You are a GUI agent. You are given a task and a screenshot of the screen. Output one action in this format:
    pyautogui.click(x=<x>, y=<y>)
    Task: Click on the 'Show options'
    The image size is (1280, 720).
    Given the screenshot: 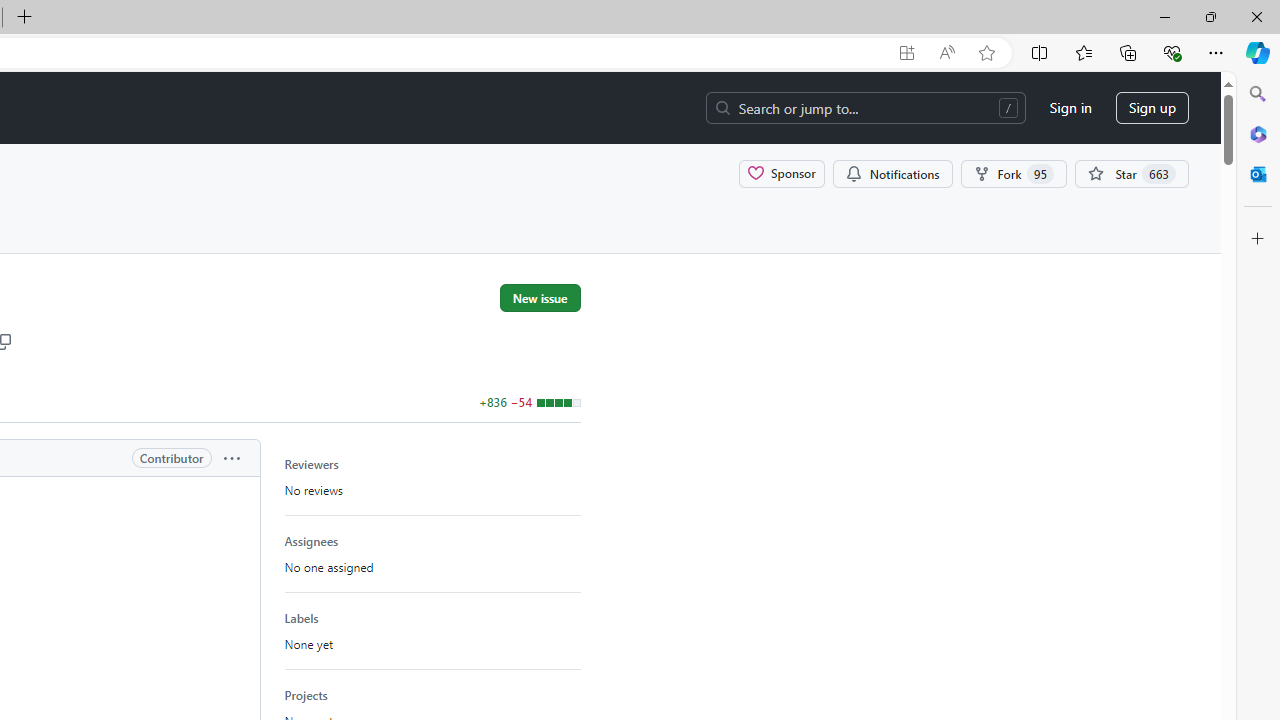 What is the action you would take?
    pyautogui.click(x=231, y=457)
    